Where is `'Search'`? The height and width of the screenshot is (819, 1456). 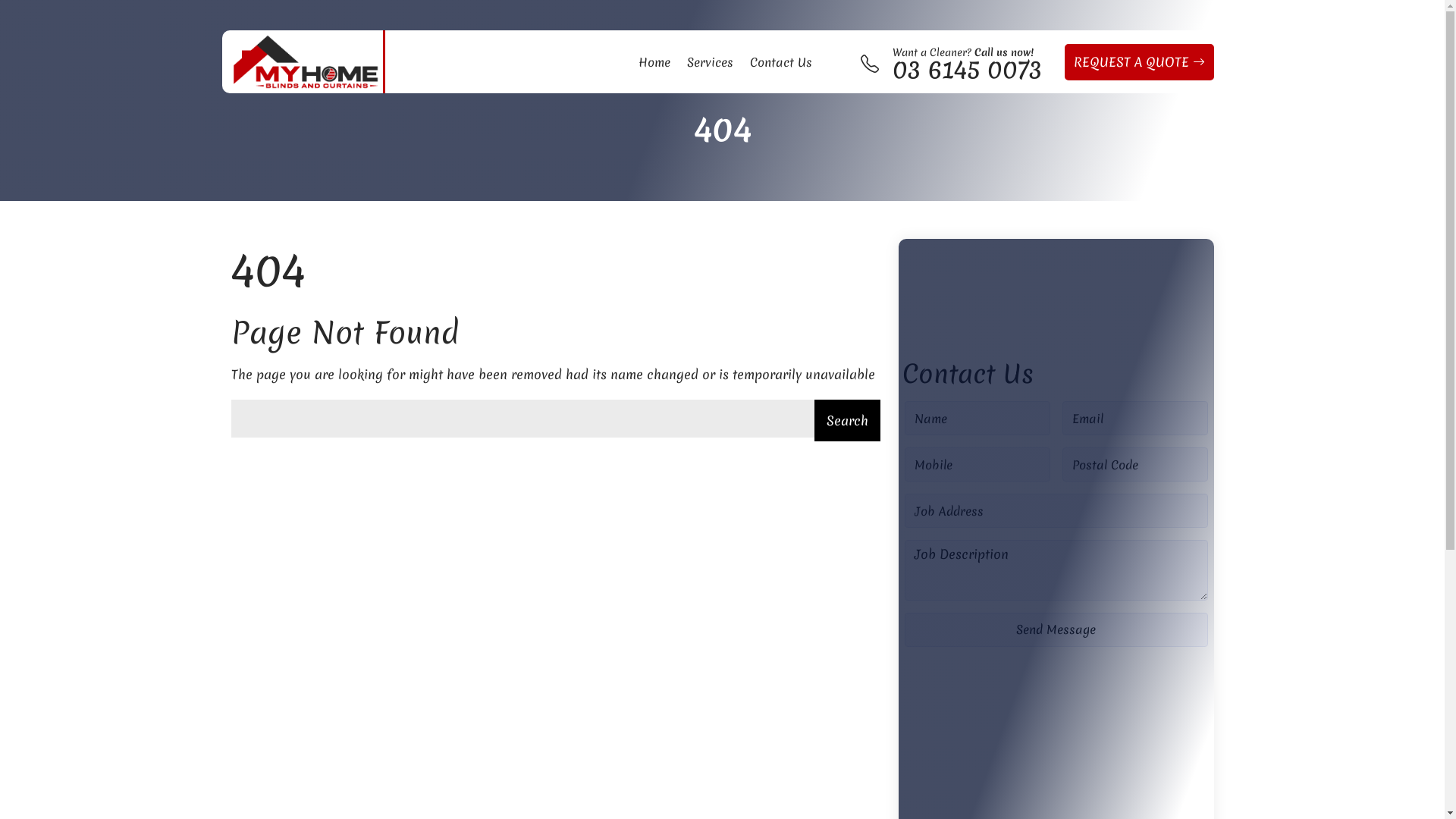
'Search' is located at coordinates (846, 420).